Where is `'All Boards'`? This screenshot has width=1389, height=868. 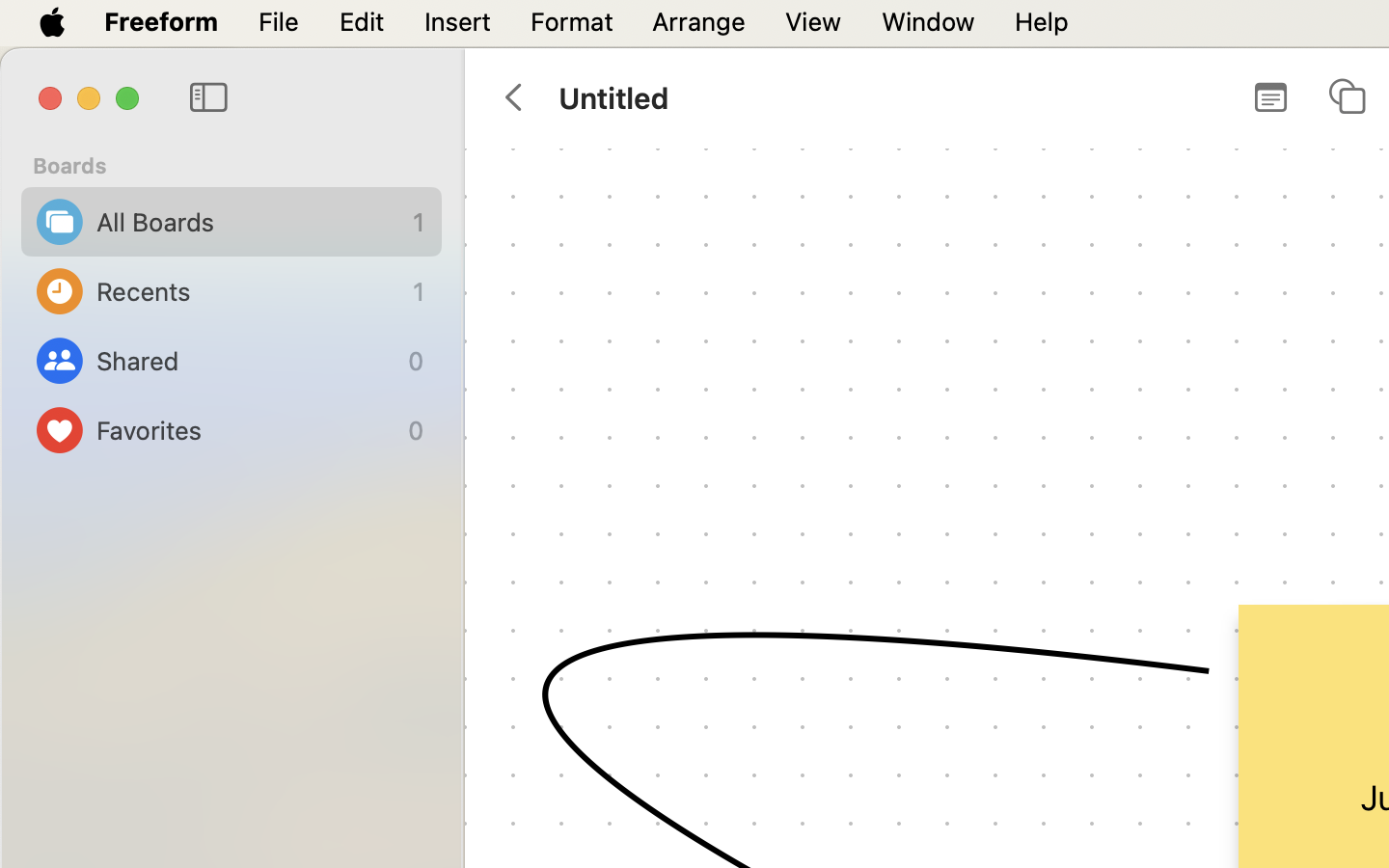 'All Boards' is located at coordinates (249, 221).